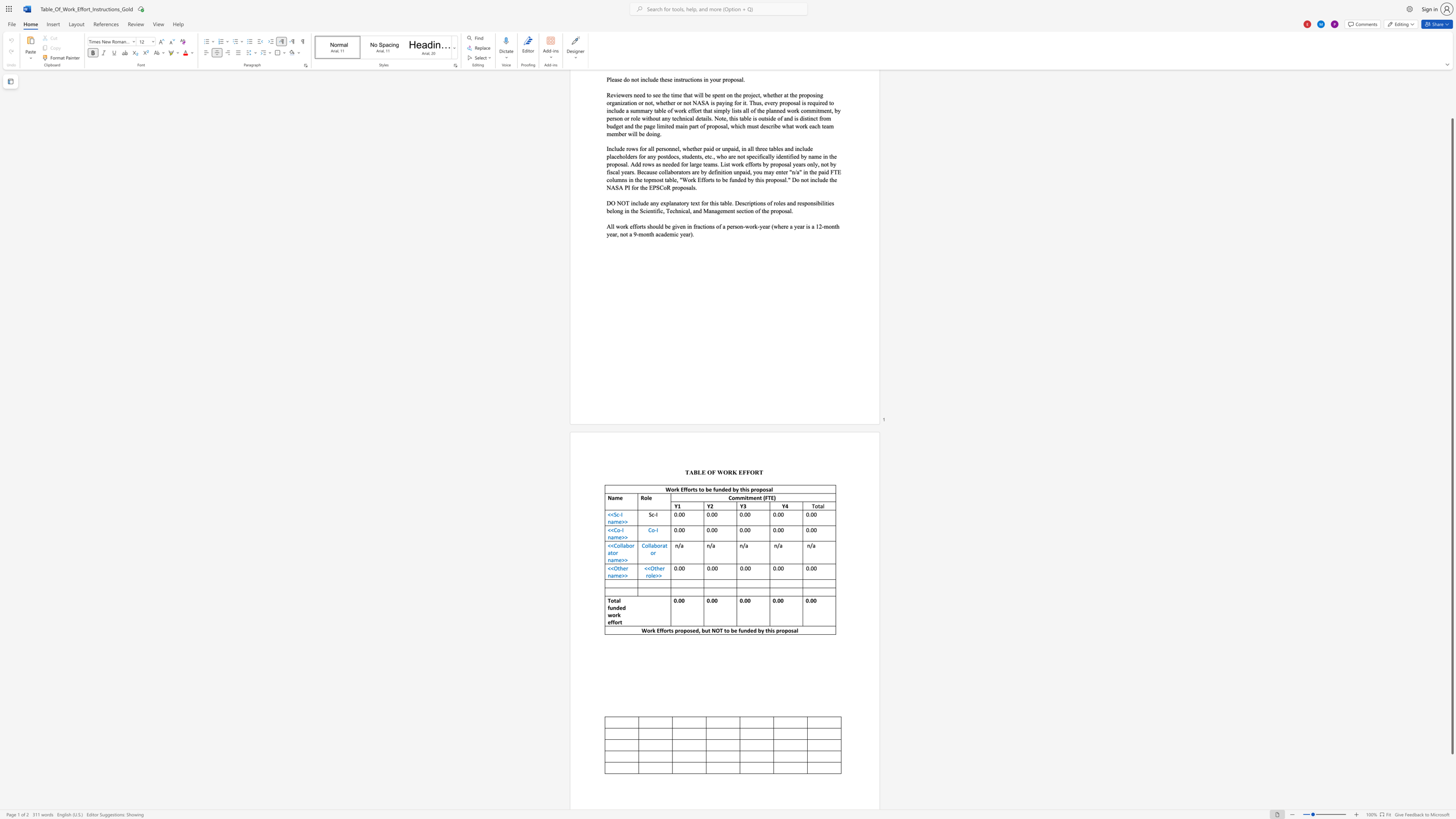 The height and width of the screenshot is (819, 1456). What do you see at coordinates (1451, 102) in the screenshot?
I see `the scrollbar` at bounding box center [1451, 102].